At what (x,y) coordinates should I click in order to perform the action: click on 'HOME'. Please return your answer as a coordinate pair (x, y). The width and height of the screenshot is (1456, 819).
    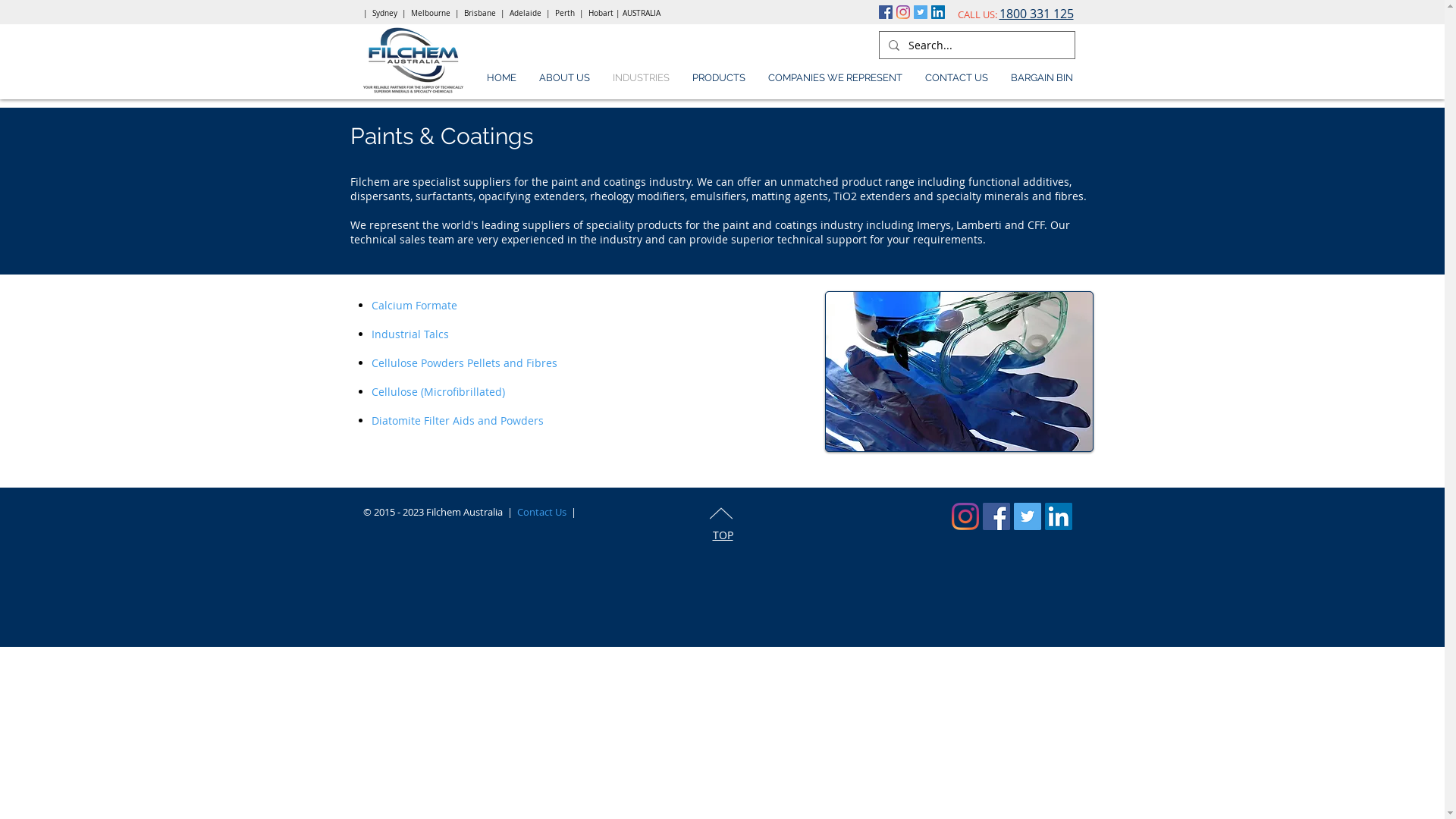
    Looking at the image, I should click on (500, 77).